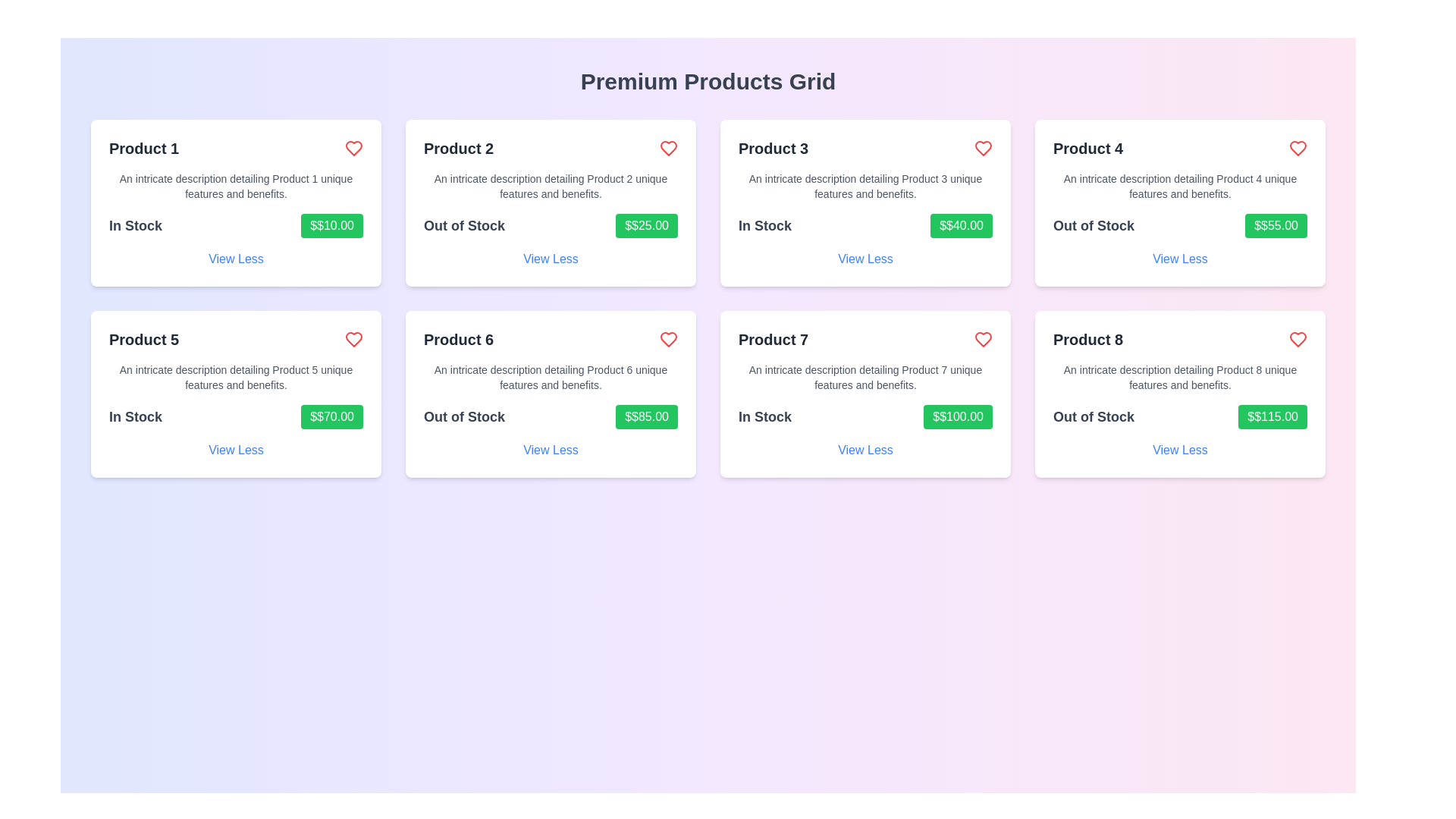 The width and height of the screenshot is (1456, 819). I want to click on the green button displaying the amount '$$85.00', so click(647, 417).